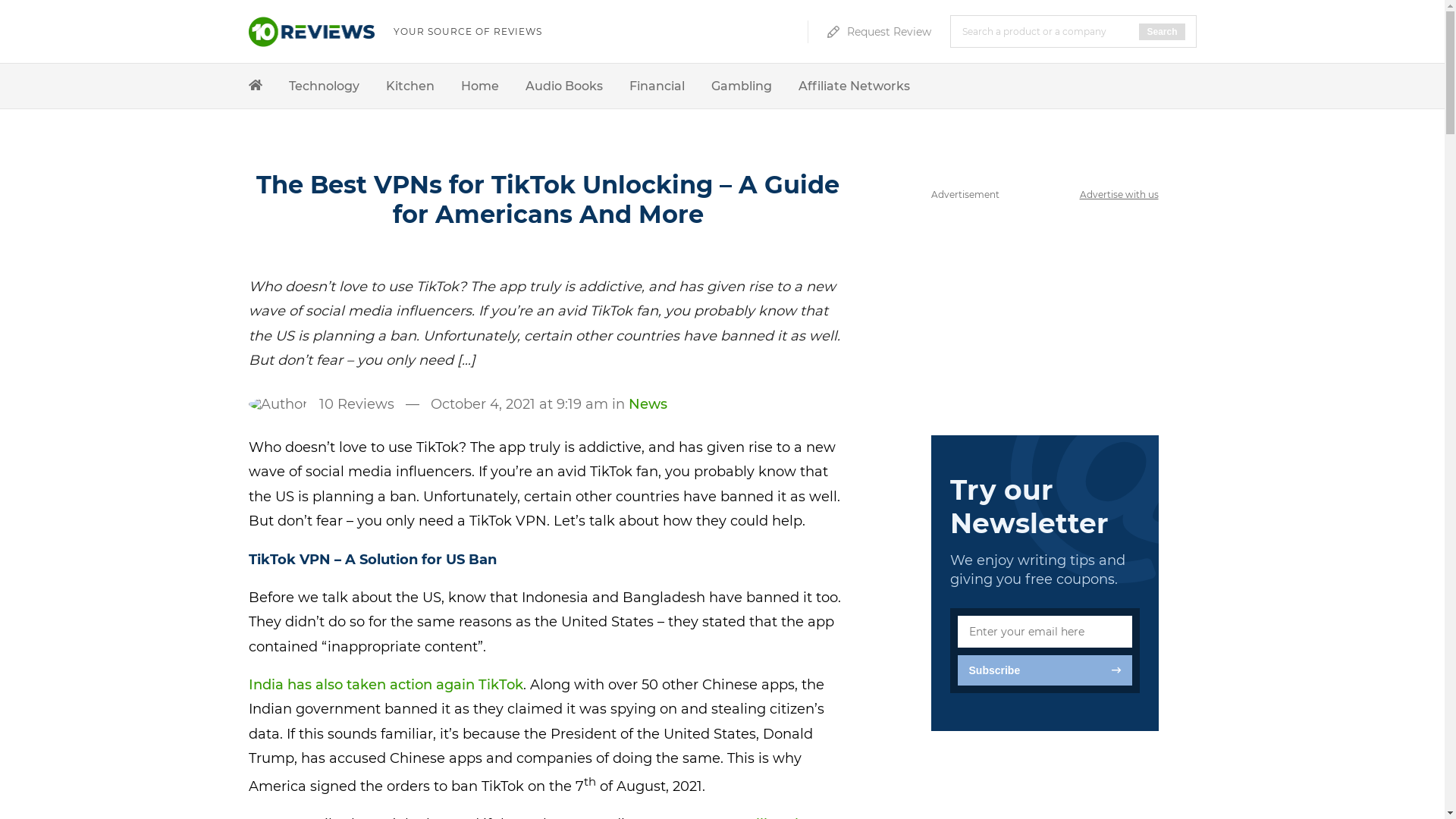 Image resolution: width=1456 pixels, height=819 pixels. I want to click on 'Gambling', so click(710, 86).